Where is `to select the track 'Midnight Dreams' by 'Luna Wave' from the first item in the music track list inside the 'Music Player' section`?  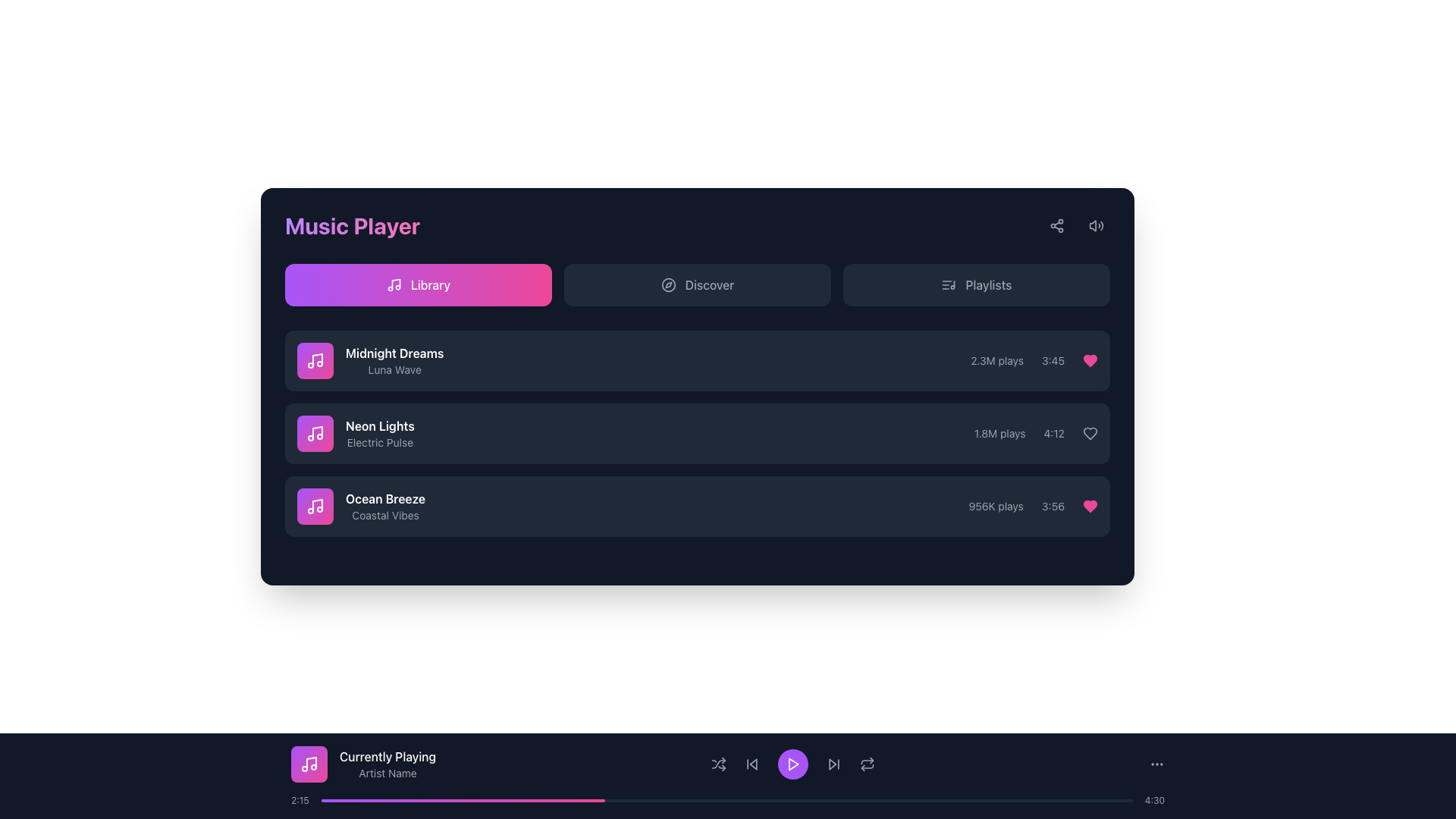 to select the track 'Midnight Dreams' by 'Luna Wave' from the first item in the music track list inside the 'Music Player' section is located at coordinates (370, 360).